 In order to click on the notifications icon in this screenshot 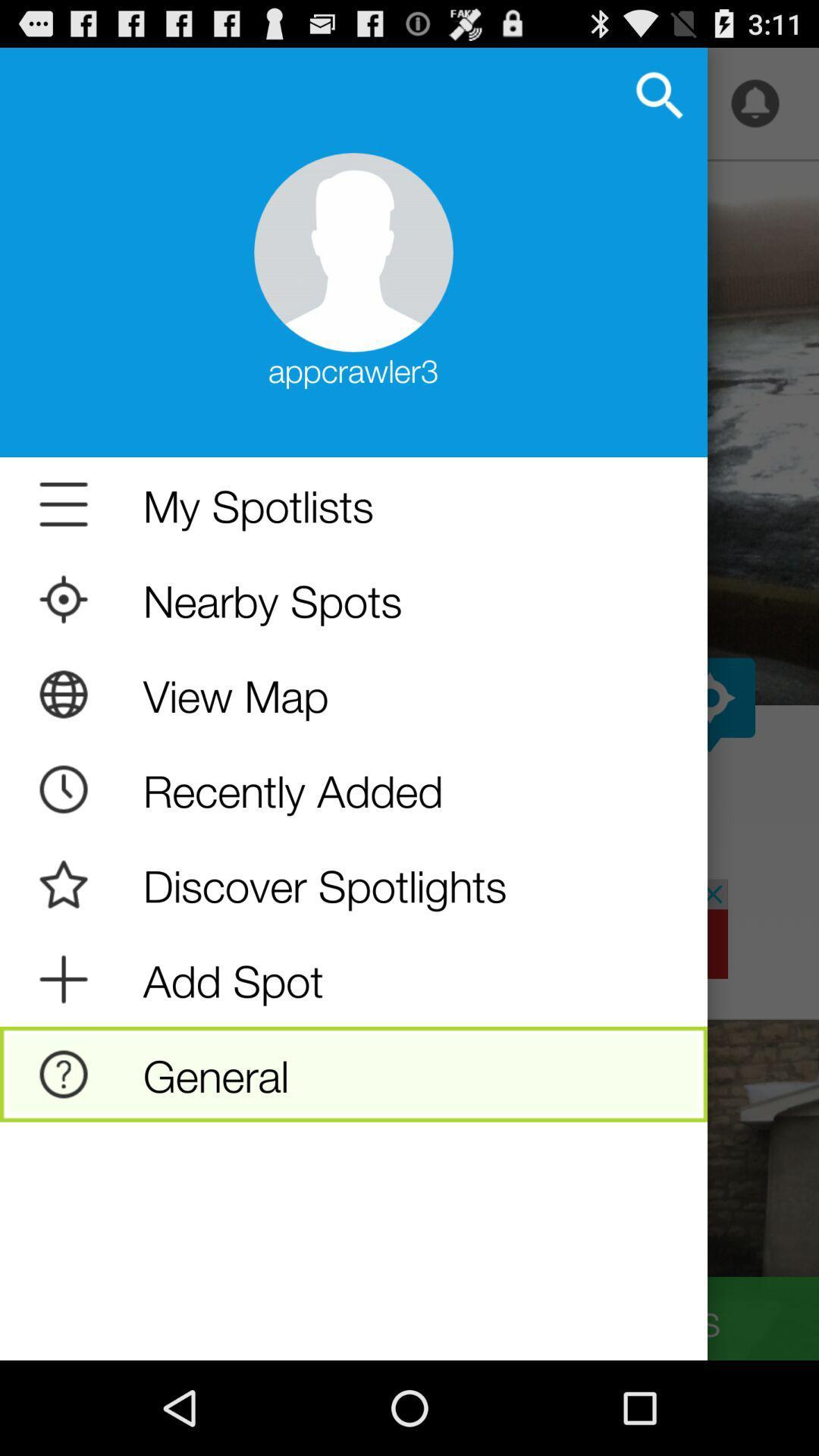, I will do `click(755, 110)`.